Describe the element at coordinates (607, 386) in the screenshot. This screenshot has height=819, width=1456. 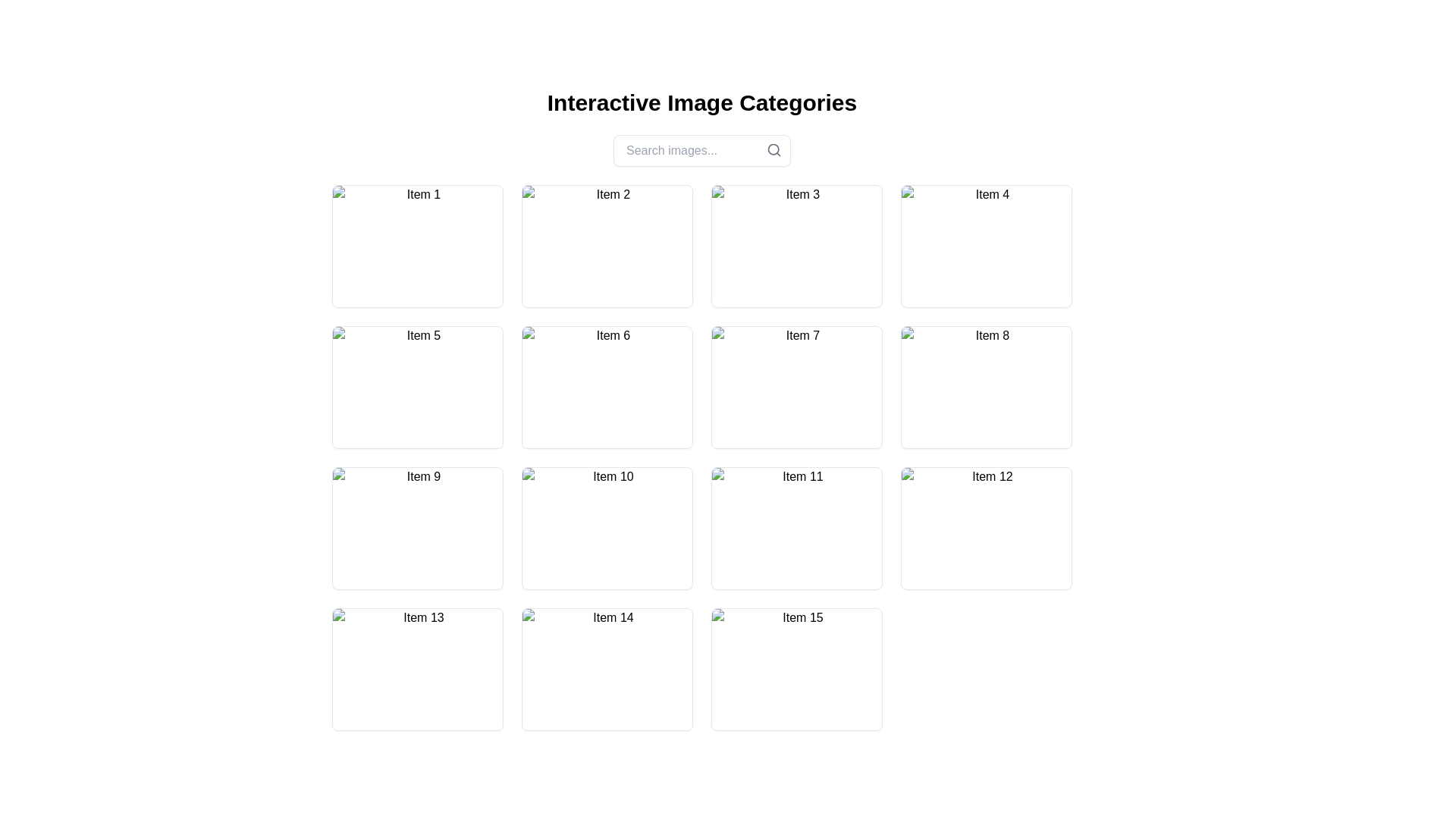
I see `the 'Item 6' image element located in the sixth cell of the grid layout to interact with it` at that location.